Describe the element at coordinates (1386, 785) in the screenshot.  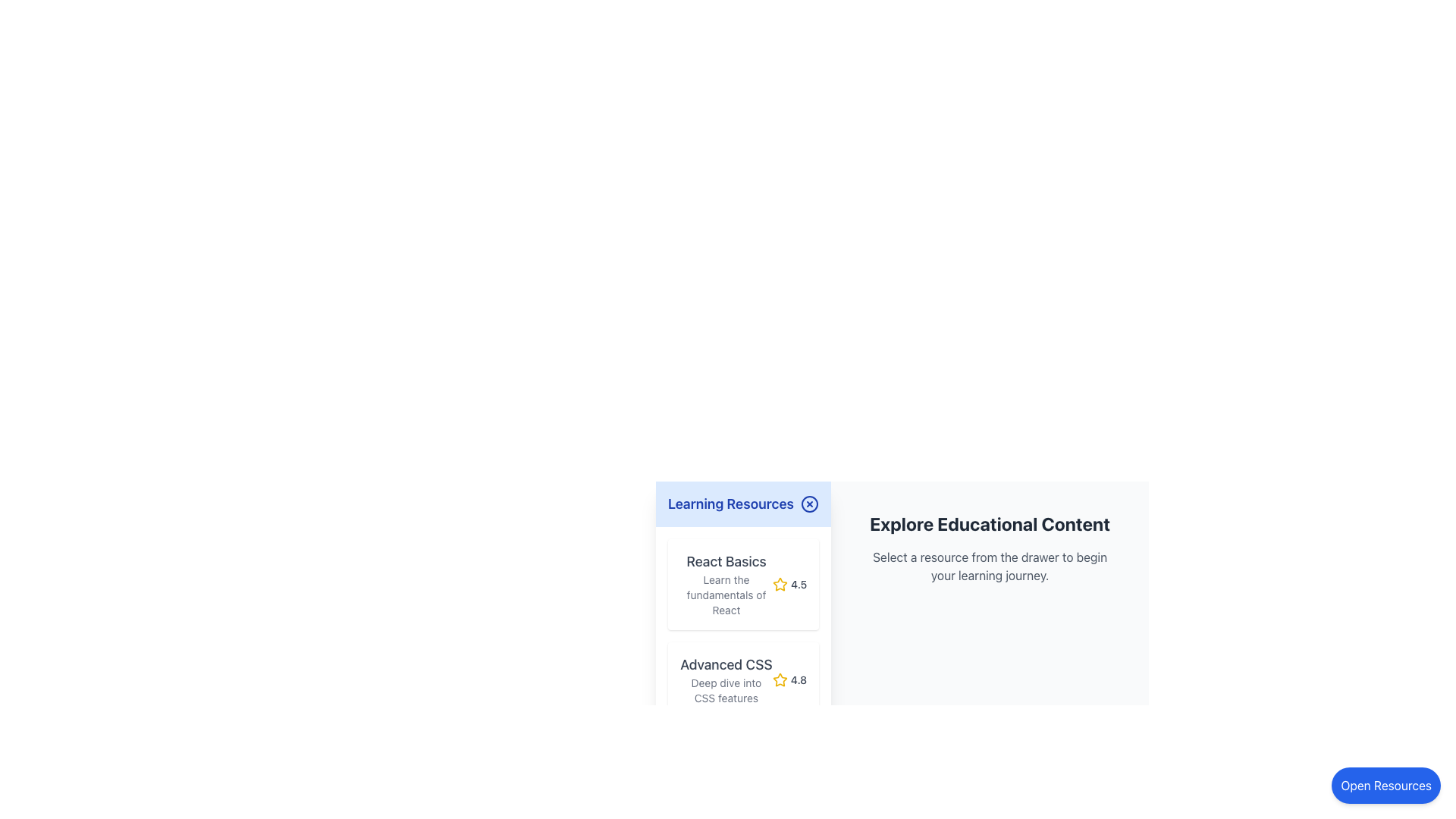
I see `the rounded rectangular button with a blue background labeled 'Open Resources'` at that location.